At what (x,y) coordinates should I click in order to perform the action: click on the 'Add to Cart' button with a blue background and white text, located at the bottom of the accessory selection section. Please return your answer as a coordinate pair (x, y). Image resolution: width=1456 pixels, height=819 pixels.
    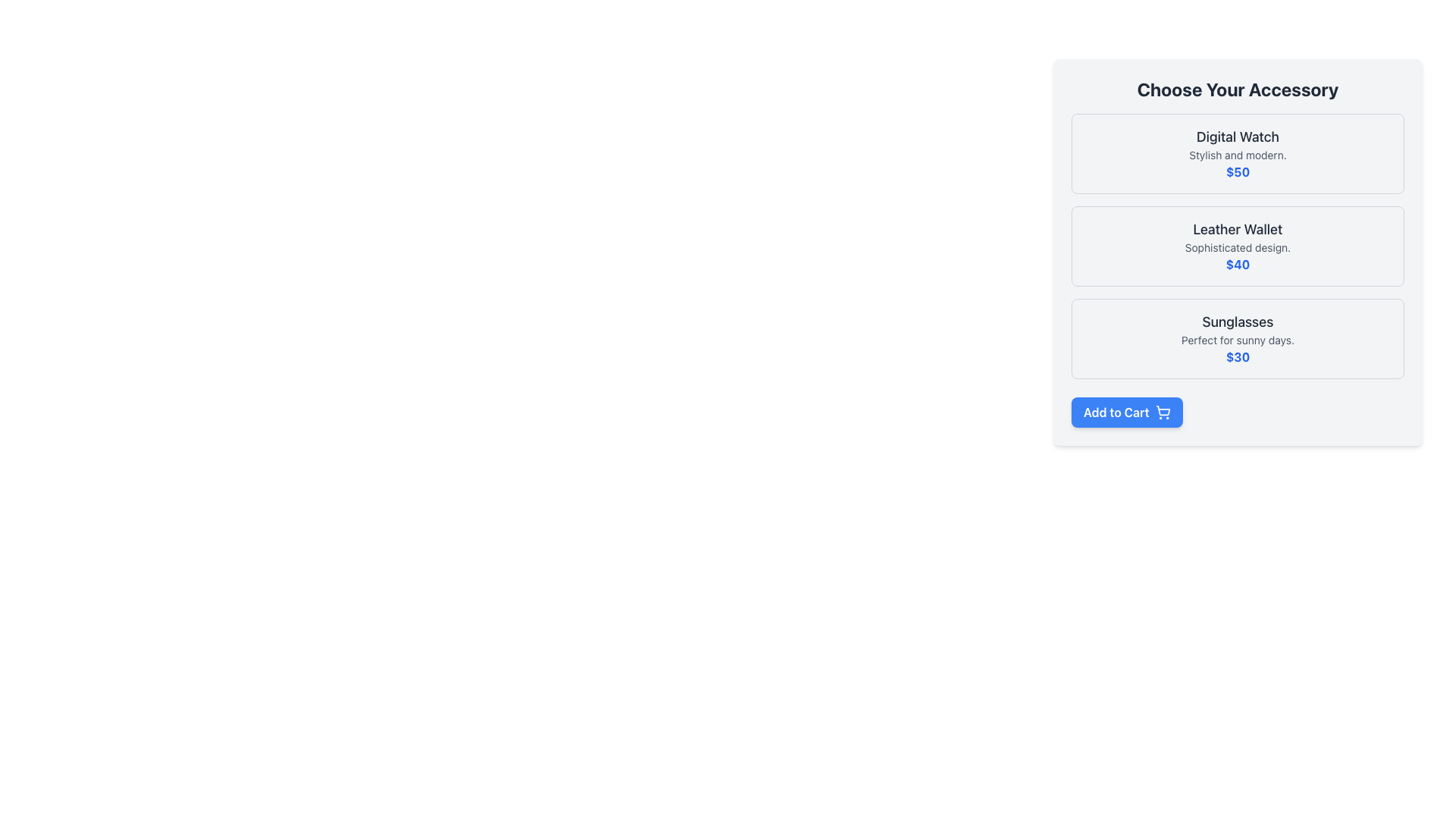
    Looking at the image, I should click on (1127, 412).